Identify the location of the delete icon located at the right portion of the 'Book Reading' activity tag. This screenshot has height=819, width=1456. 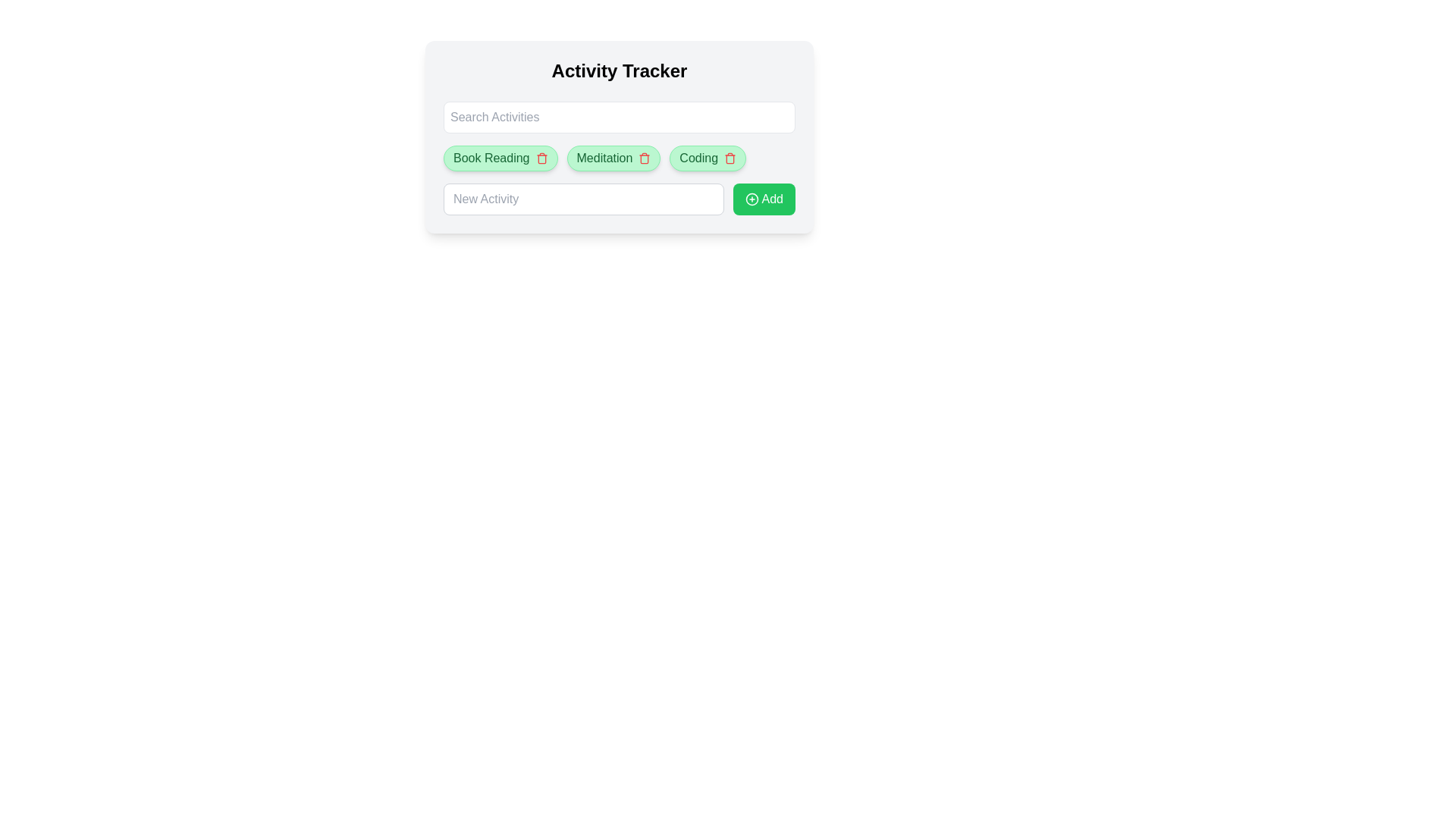
(541, 159).